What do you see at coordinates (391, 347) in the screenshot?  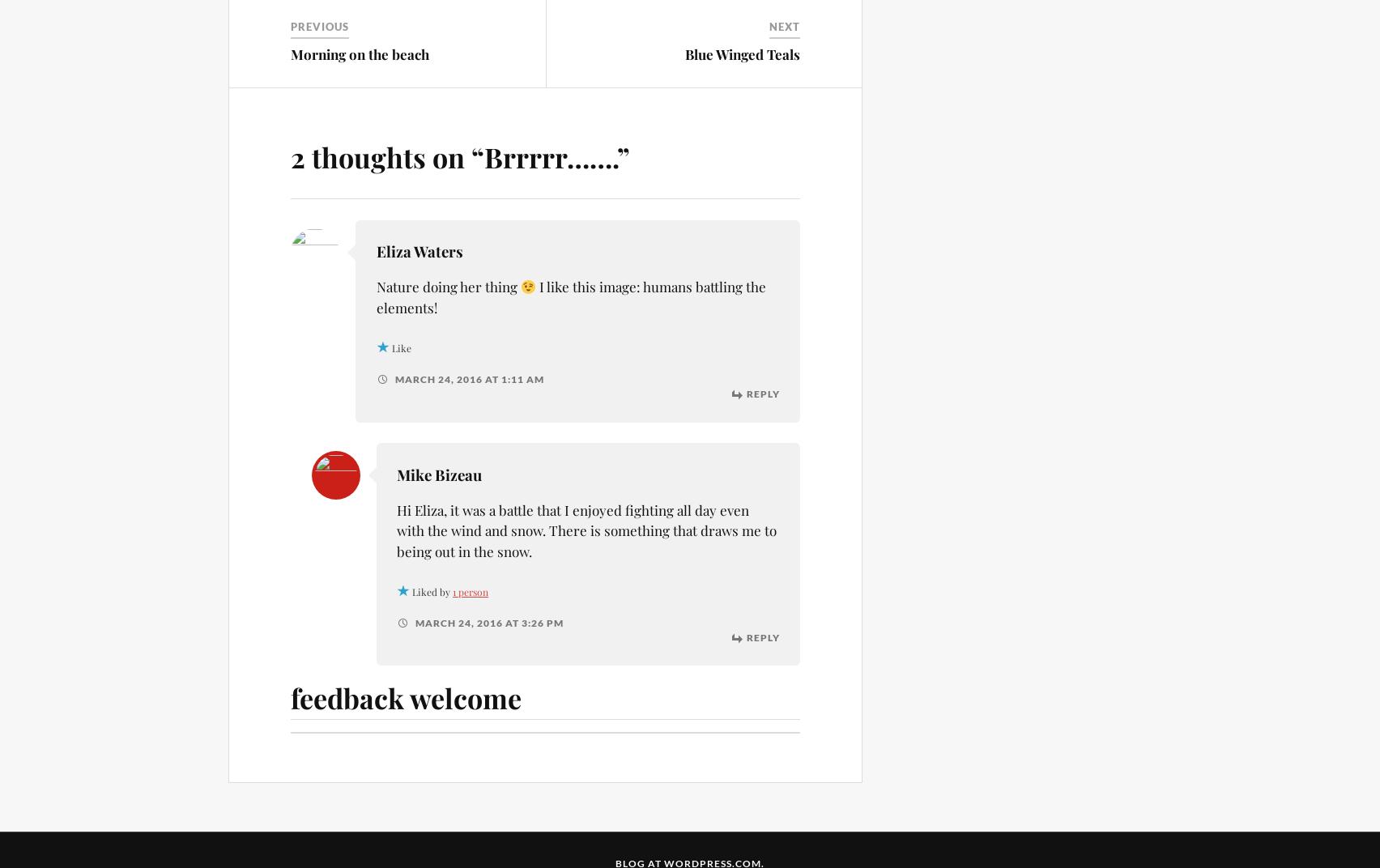 I see `'Like'` at bounding box center [391, 347].